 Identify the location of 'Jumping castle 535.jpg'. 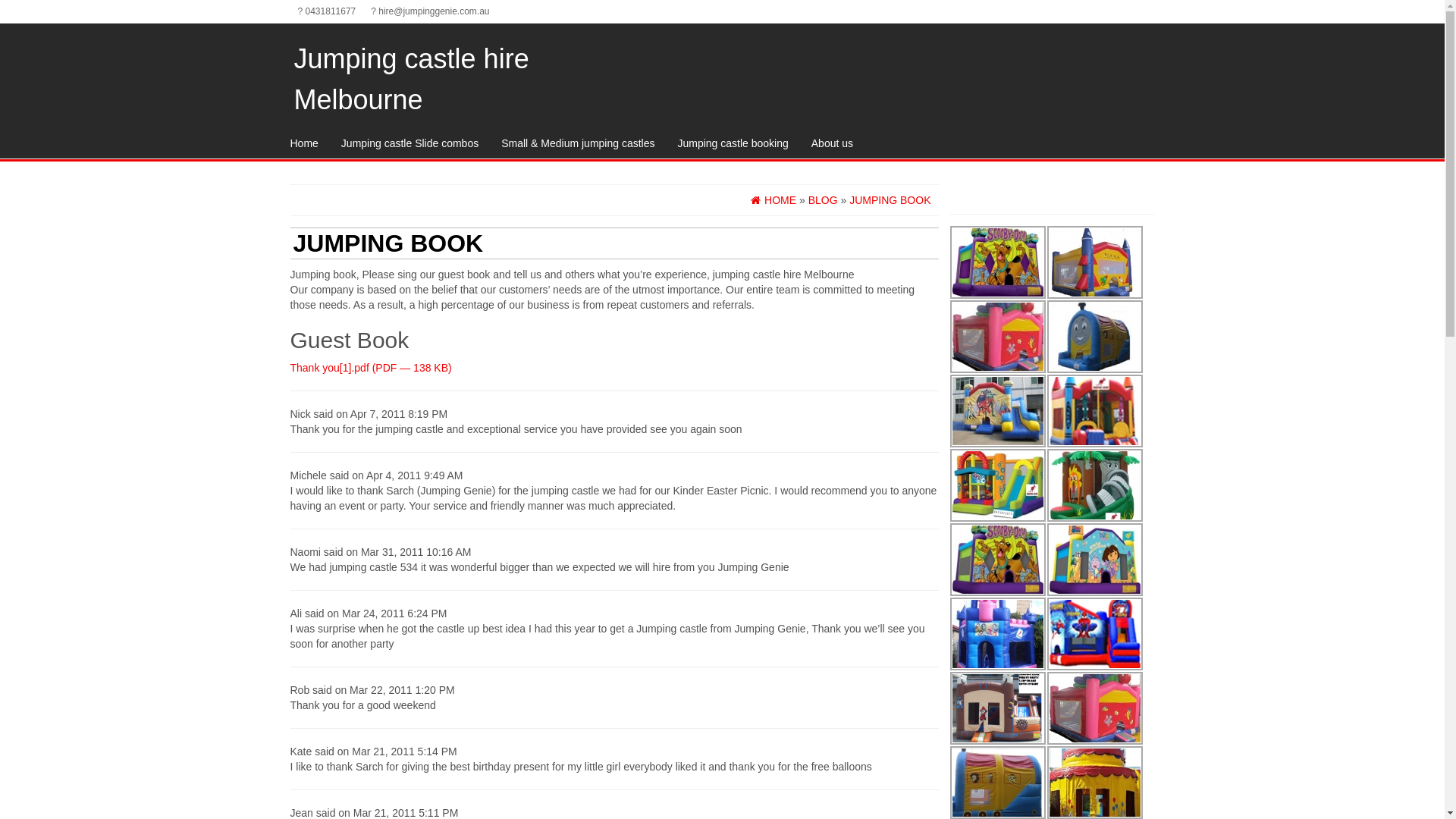
(1094, 411).